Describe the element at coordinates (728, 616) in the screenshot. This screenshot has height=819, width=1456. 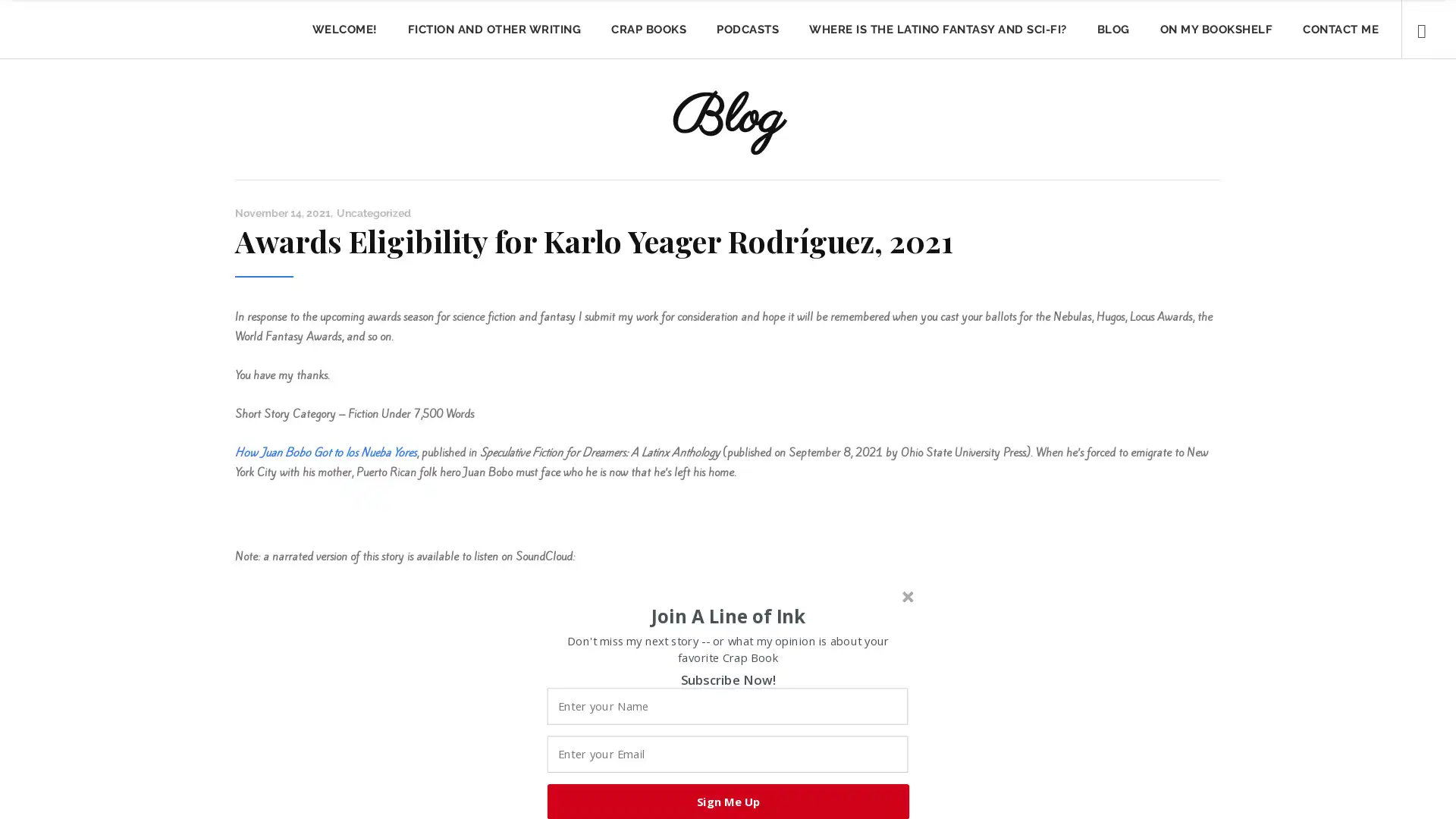
I see `Join A Line of Ink` at that location.